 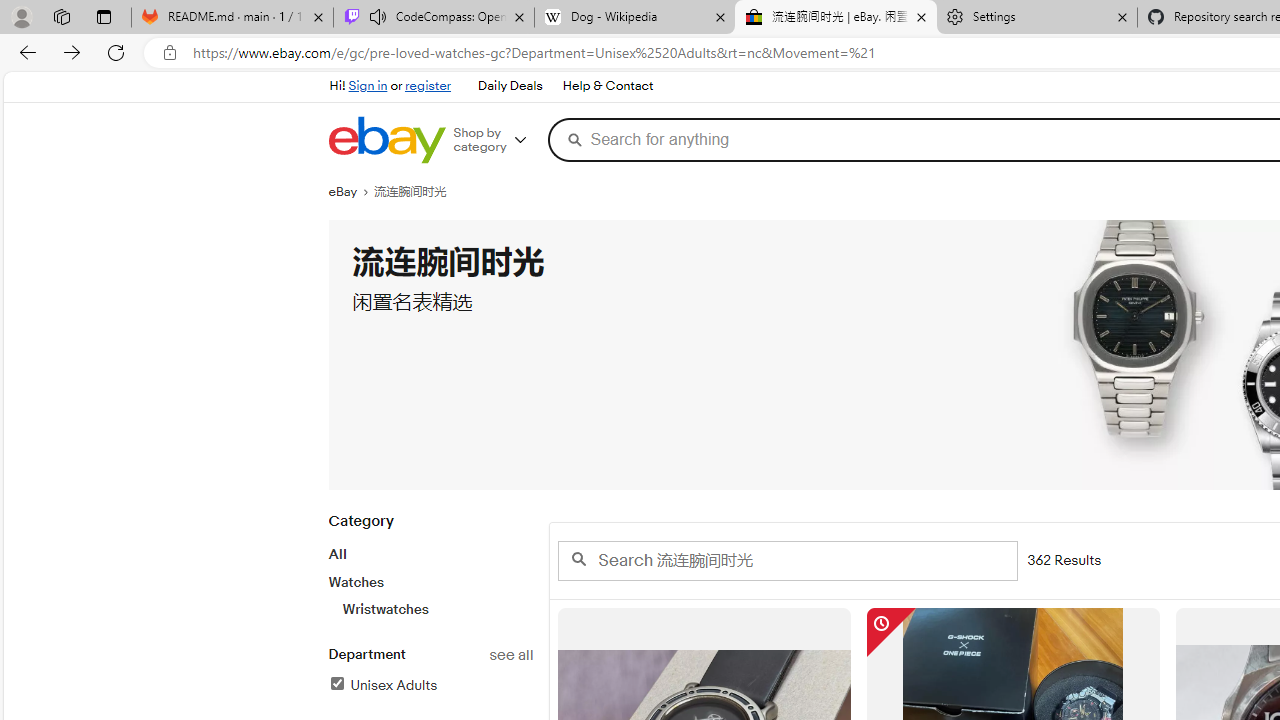 What do you see at coordinates (337, 554) in the screenshot?
I see `'All'` at bounding box center [337, 554].